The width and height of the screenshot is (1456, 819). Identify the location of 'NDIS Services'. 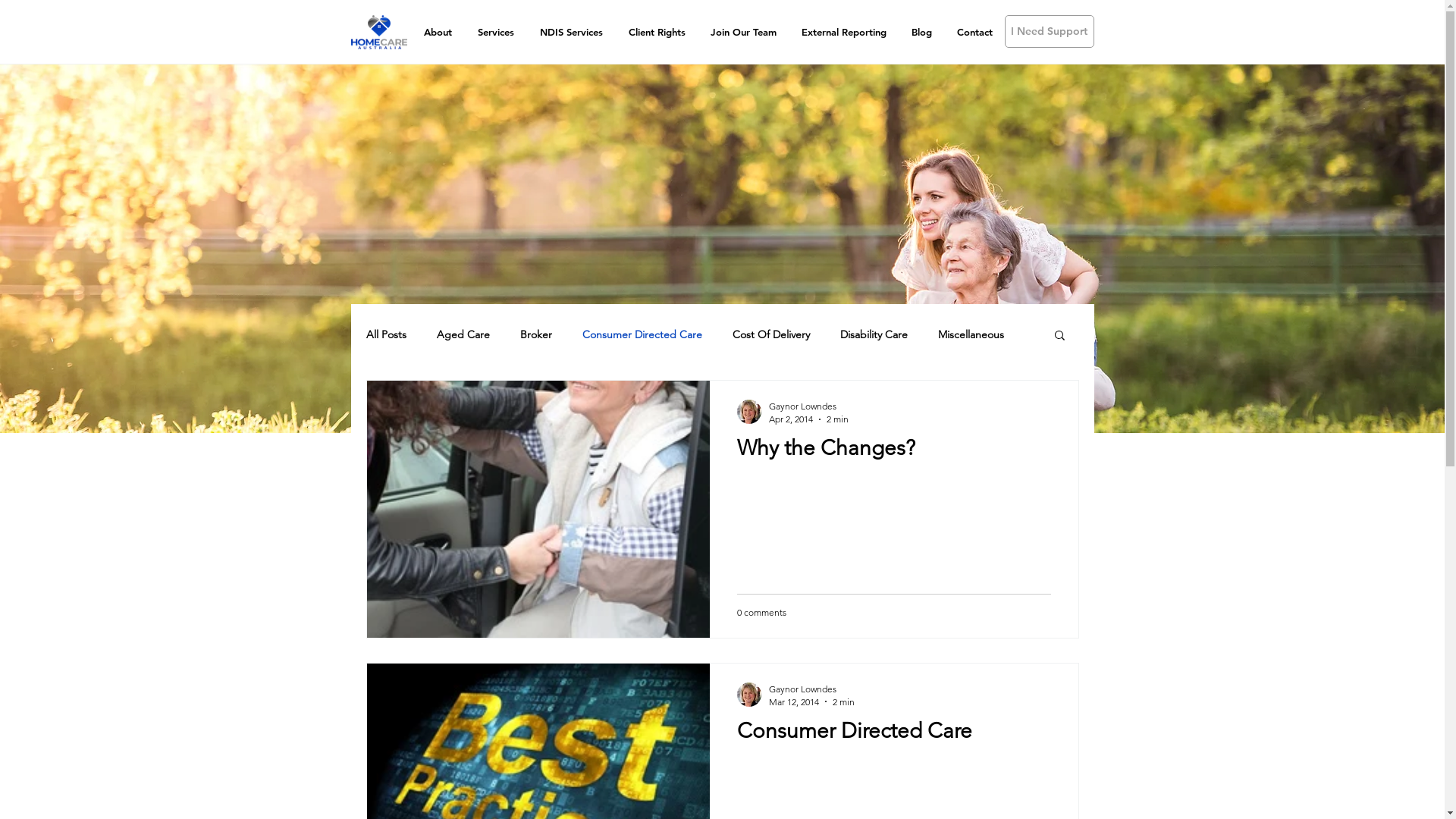
(570, 32).